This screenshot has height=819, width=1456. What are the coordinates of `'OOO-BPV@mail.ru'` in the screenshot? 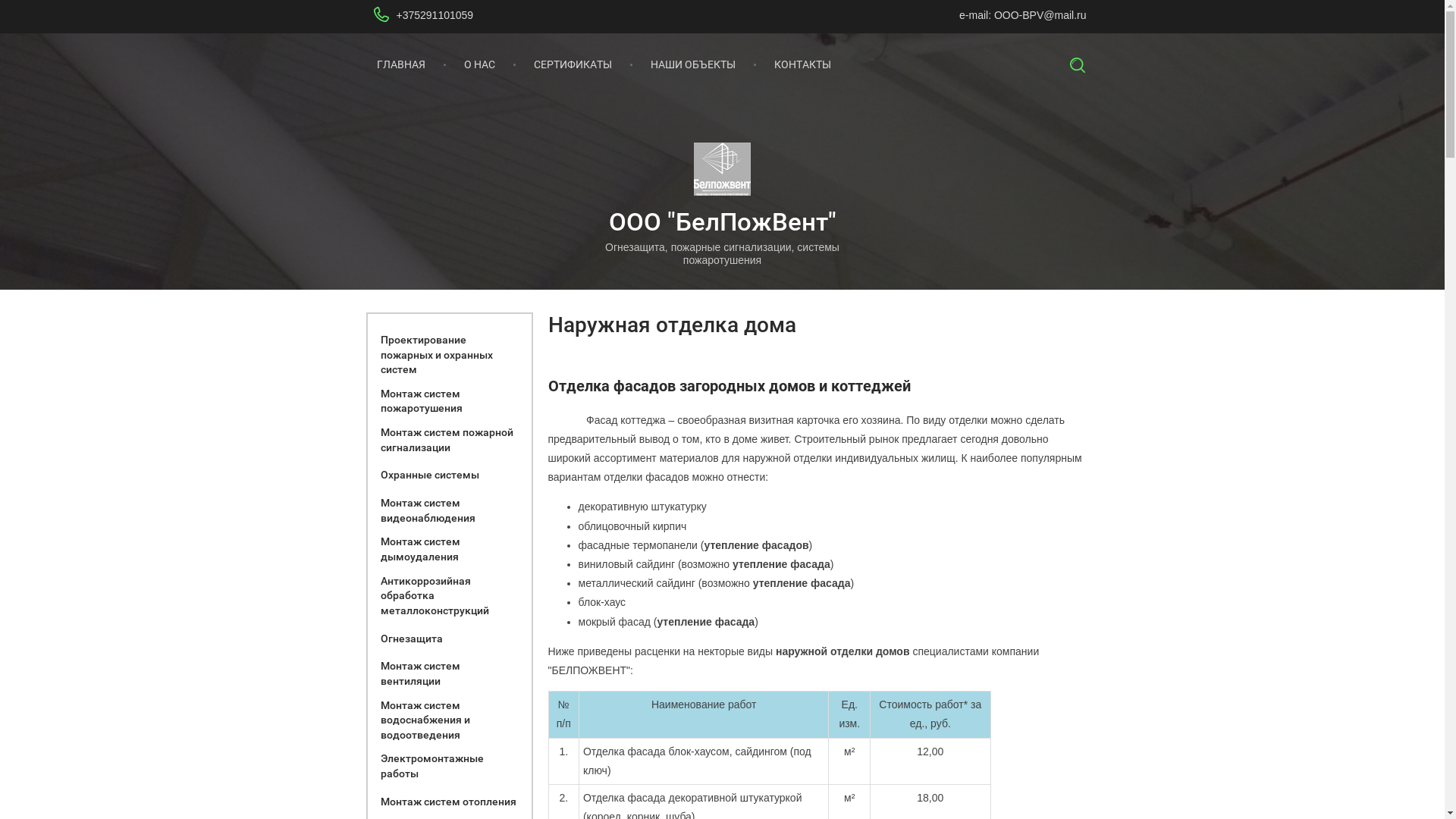 It's located at (993, 14).